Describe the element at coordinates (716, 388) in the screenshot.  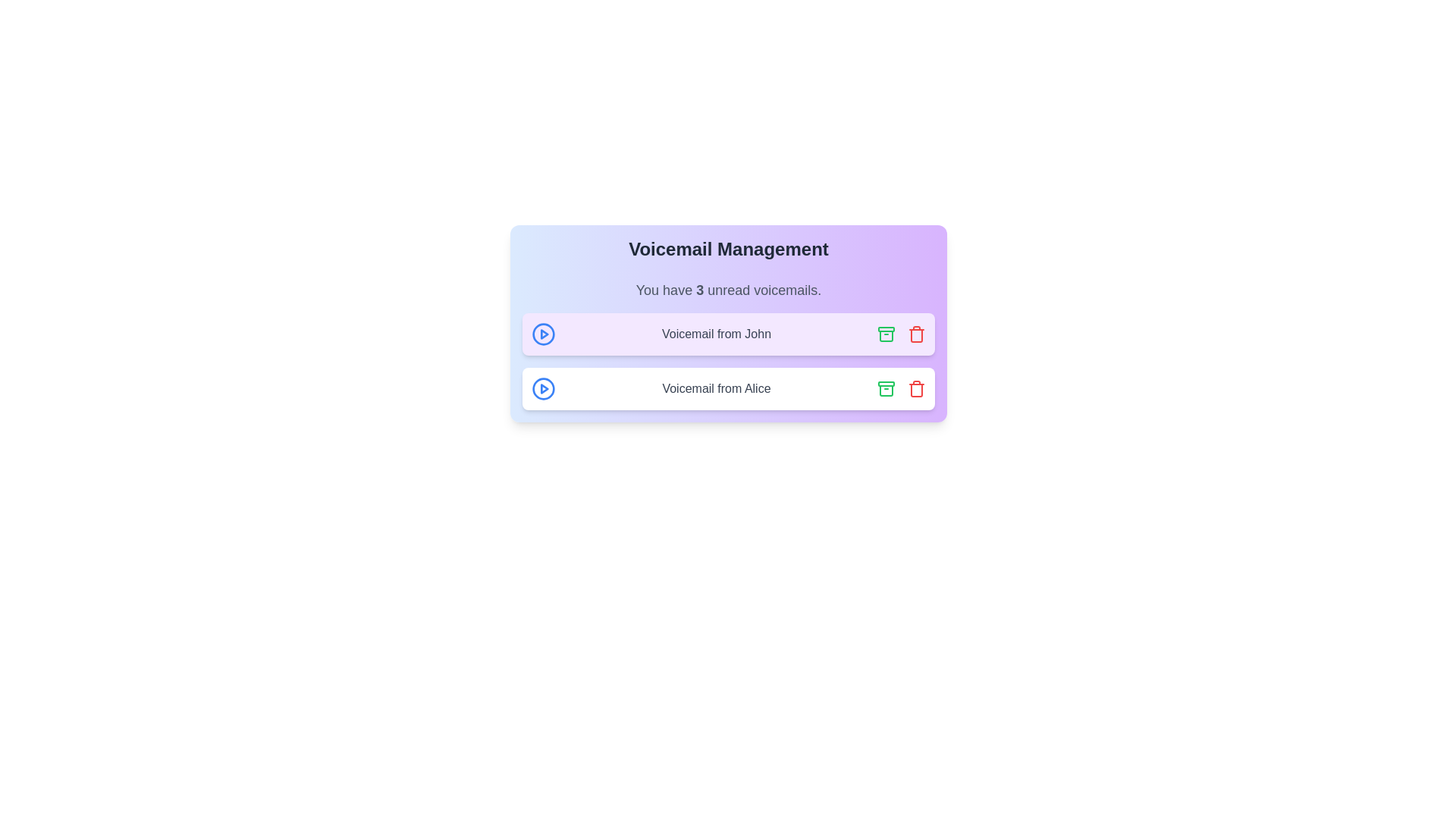
I see `the informative text label indicating the voicemail is from 'Alice', which is located directly below the entry for 'Voicemail from John'` at that location.